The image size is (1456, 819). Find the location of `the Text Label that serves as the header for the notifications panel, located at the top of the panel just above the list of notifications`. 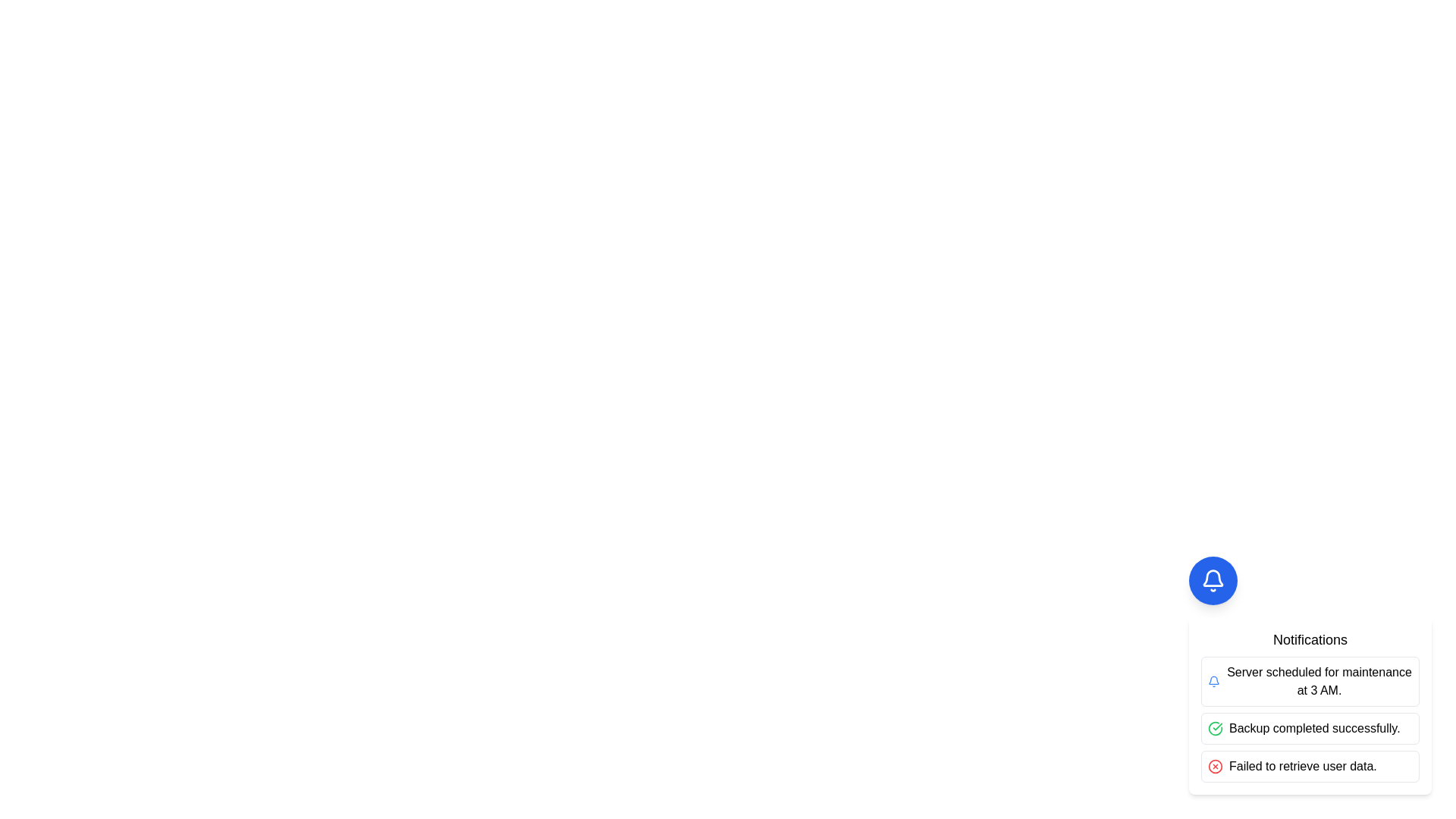

the Text Label that serves as the header for the notifications panel, located at the top of the panel just above the list of notifications is located at coordinates (1310, 640).